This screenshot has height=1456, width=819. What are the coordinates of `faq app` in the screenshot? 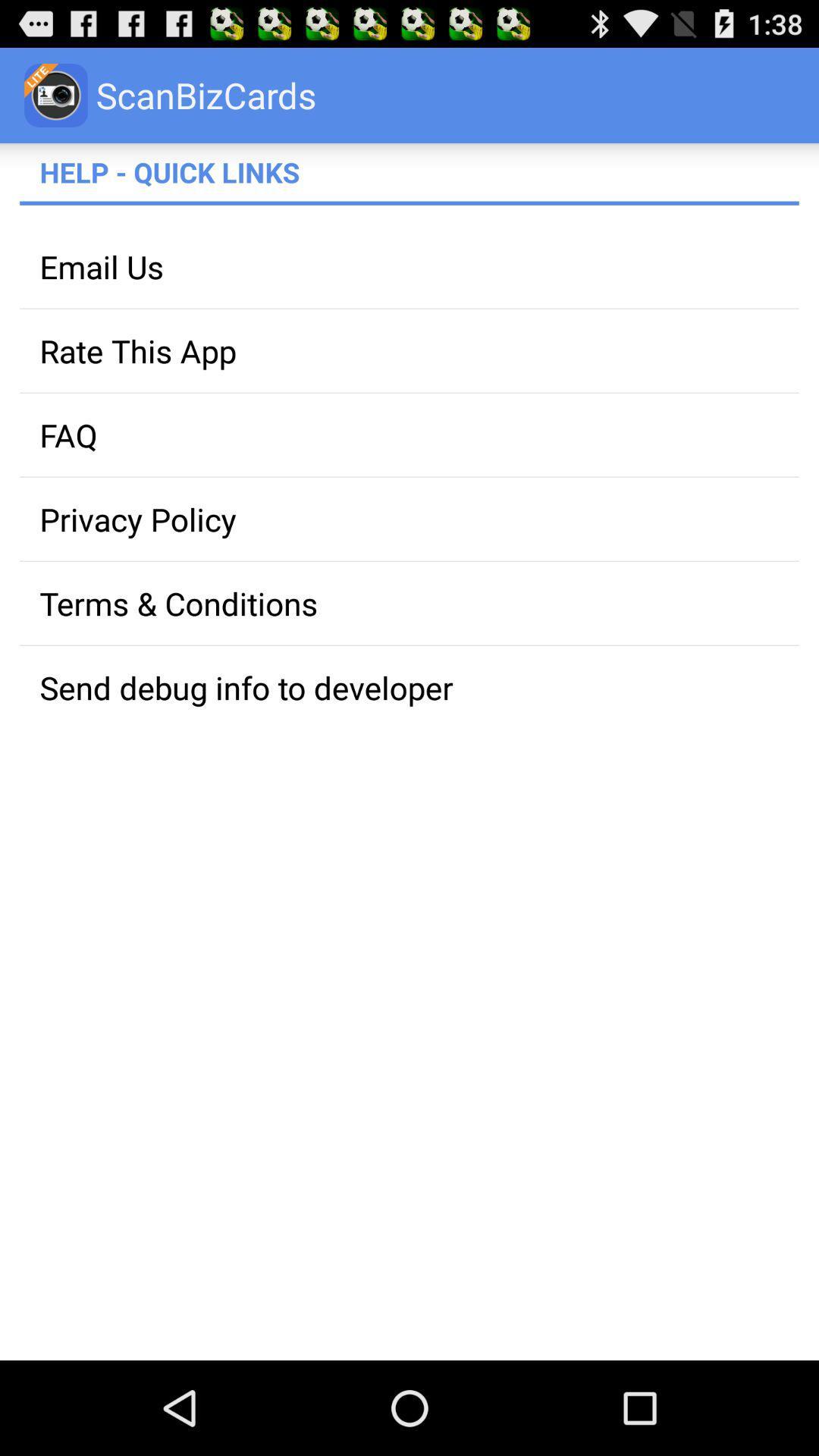 It's located at (409, 434).